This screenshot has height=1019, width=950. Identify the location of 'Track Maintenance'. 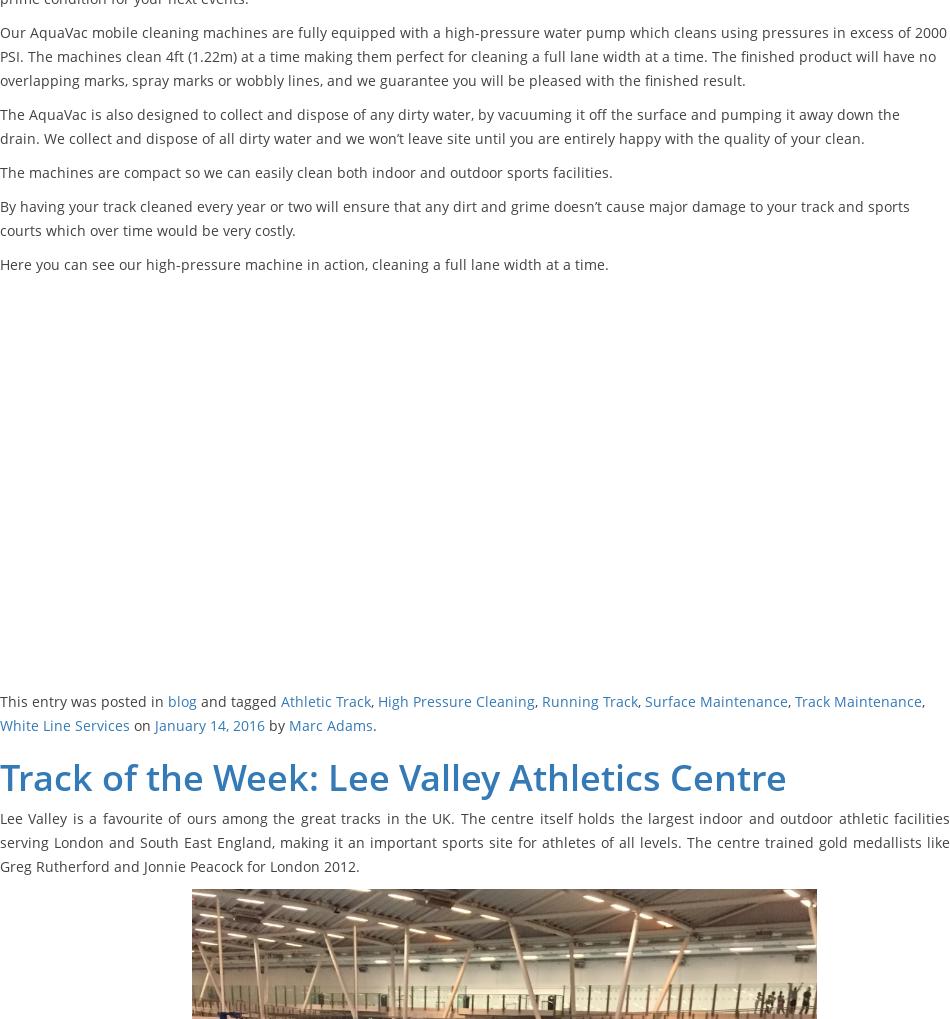
(857, 700).